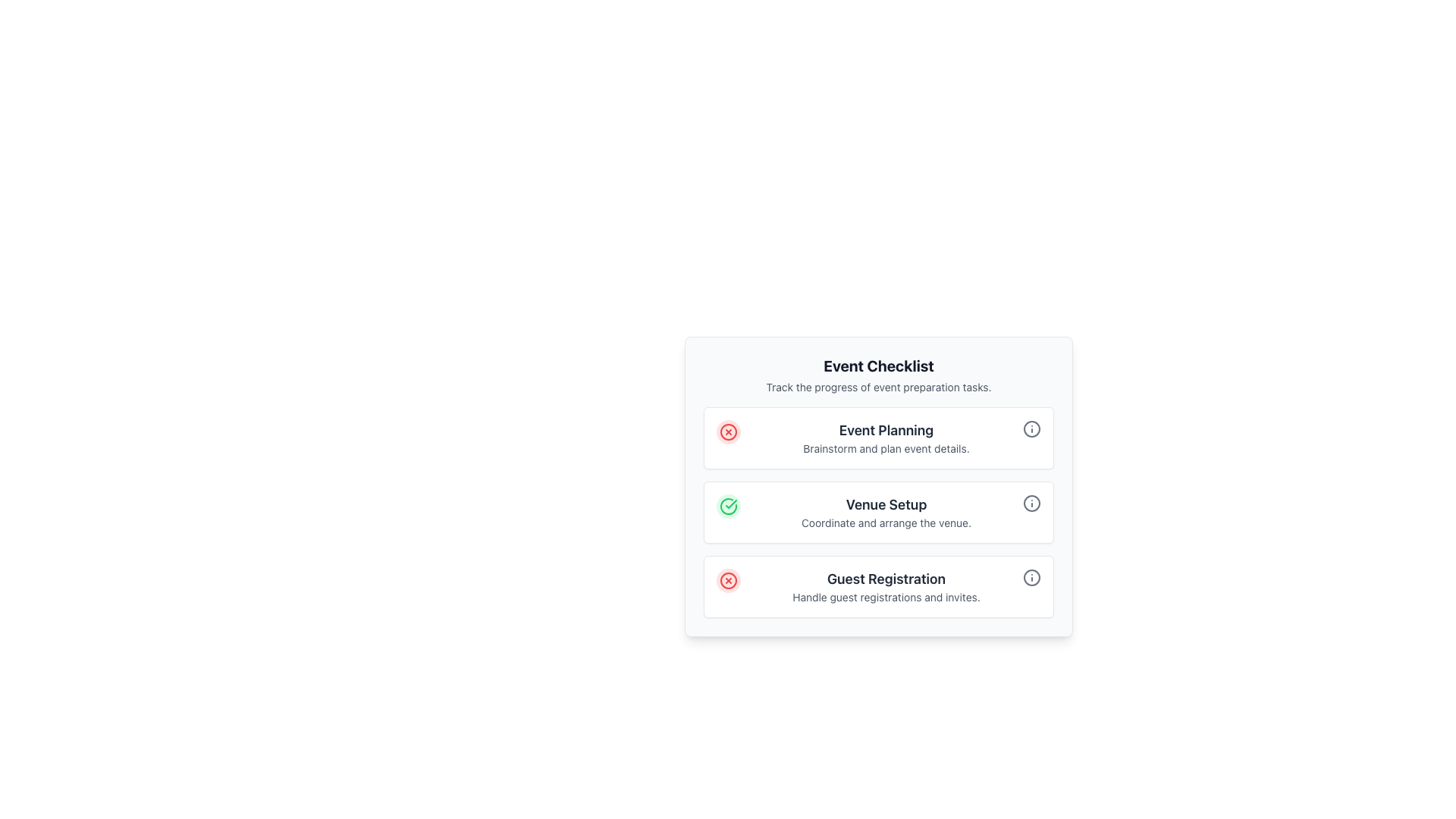 The image size is (1456, 819). I want to click on the small circular icon button that is styled gray and transitions to blue on hover, located to the right of the 'Venue Setup' item in the 'Event Checklist' section, vertically centered with the title, so click(1031, 503).